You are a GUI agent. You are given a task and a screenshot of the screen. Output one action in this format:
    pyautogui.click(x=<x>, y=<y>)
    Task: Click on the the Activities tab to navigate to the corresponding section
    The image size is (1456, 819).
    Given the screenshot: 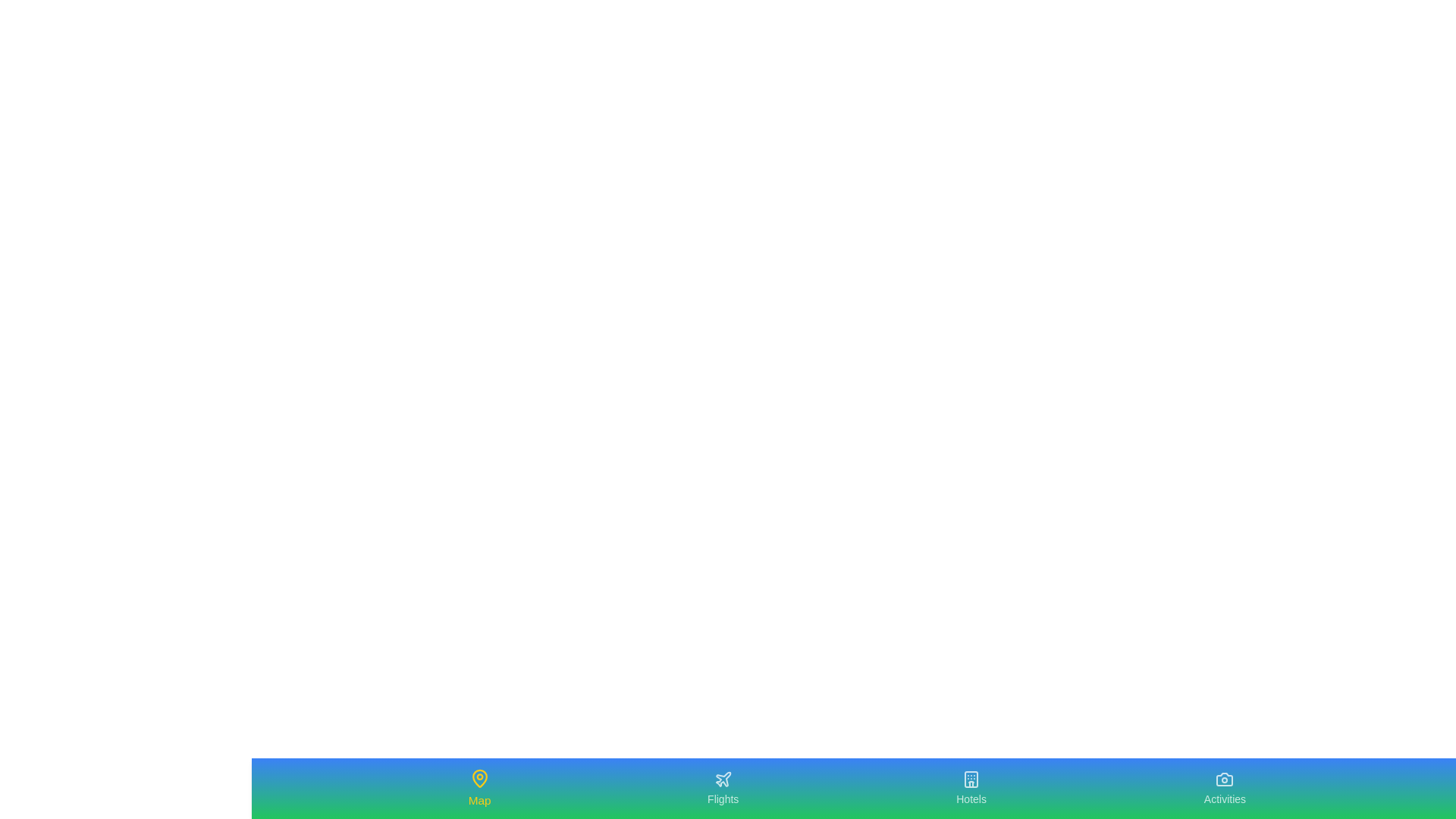 What is the action you would take?
    pyautogui.click(x=1225, y=788)
    